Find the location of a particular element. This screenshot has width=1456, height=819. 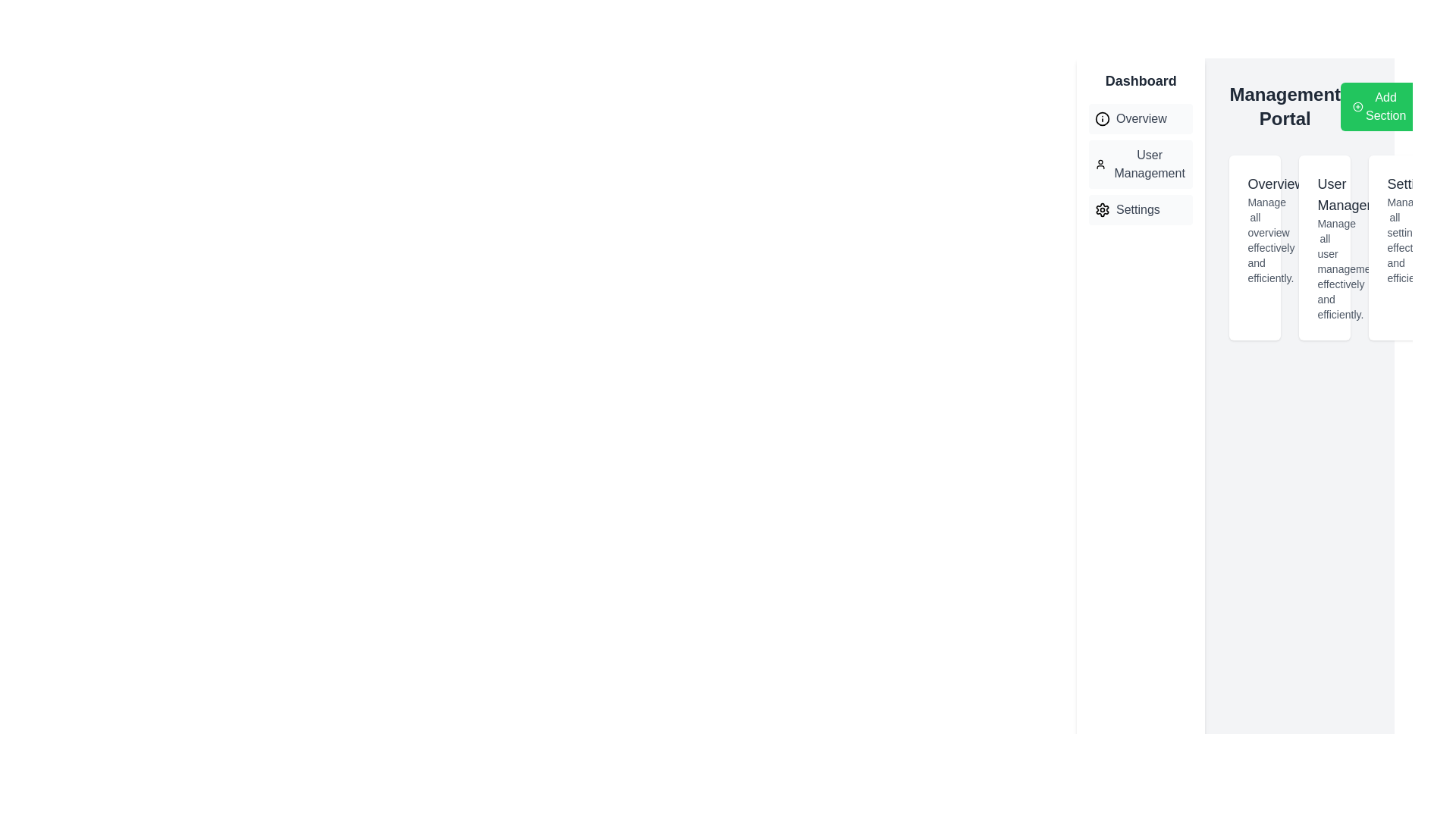

the circular information icon, which has a bold outline and a centered 'i' character, located to the left of the 'Overview' label in the 'Dashboard' section is located at coordinates (1103, 118).